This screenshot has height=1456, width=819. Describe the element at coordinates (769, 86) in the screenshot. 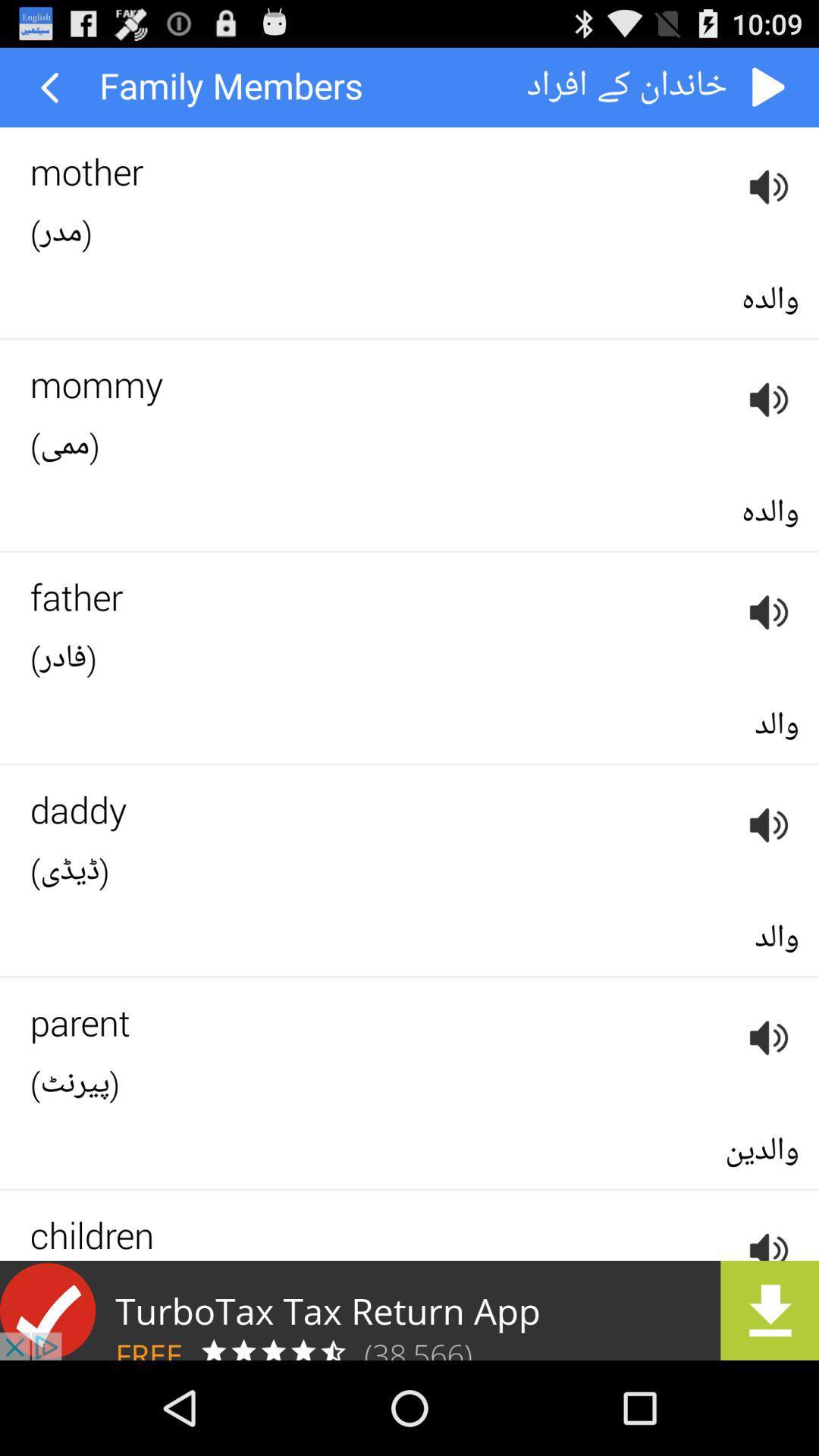

I see `the play` at that location.